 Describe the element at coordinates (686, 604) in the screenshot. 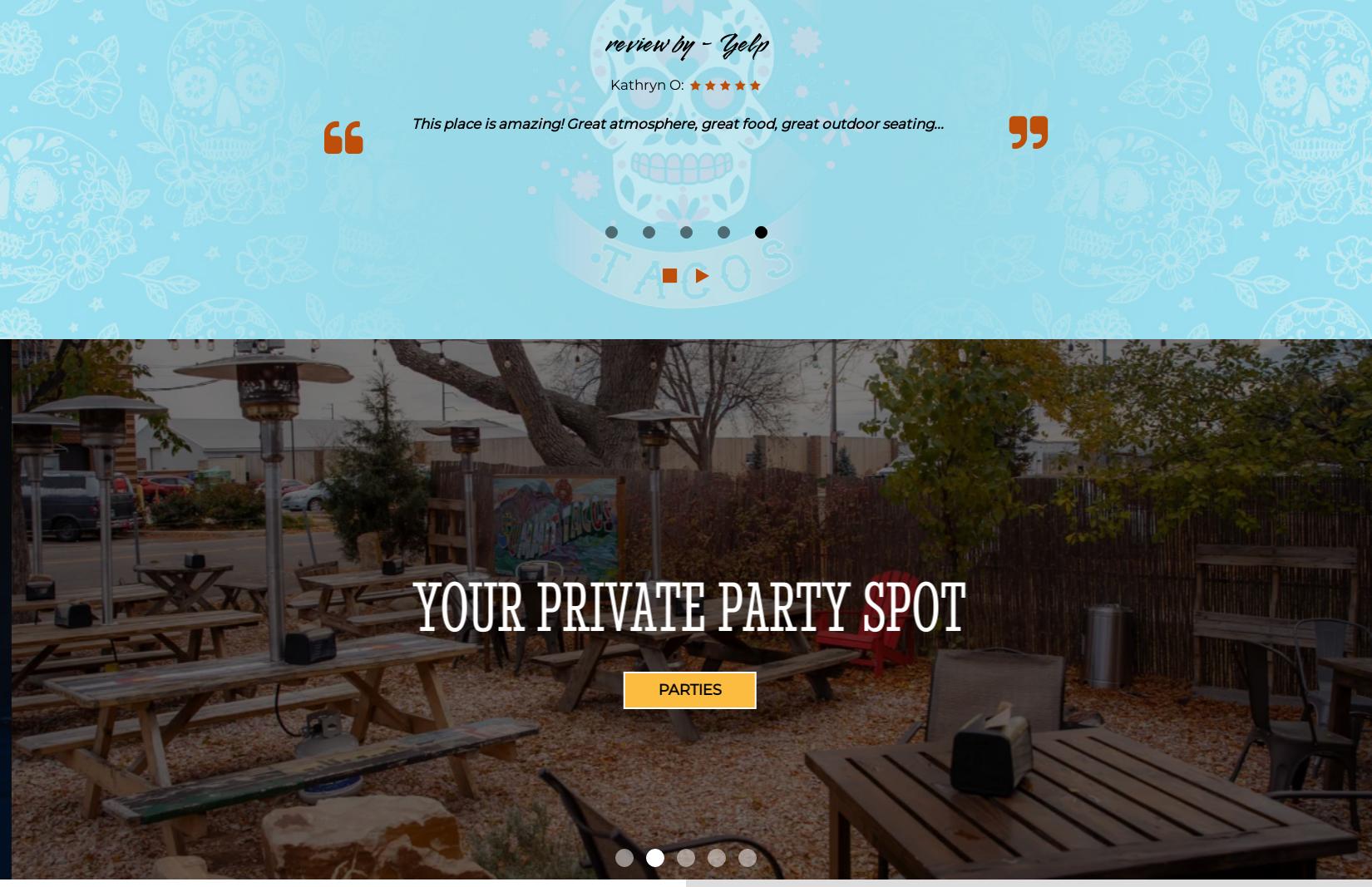

I see `'Make a reservation here'` at that location.